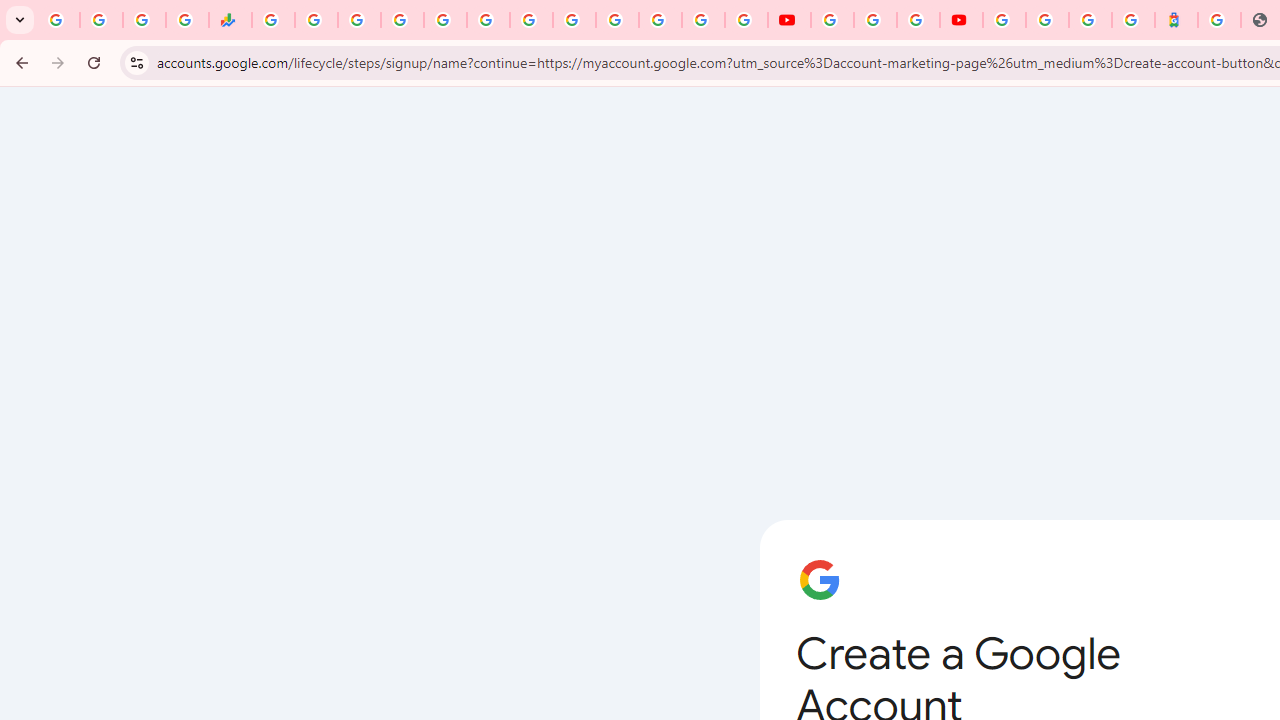 The height and width of the screenshot is (720, 1280). I want to click on 'Atour Hotel - Google hotels', so click(1176, 20).